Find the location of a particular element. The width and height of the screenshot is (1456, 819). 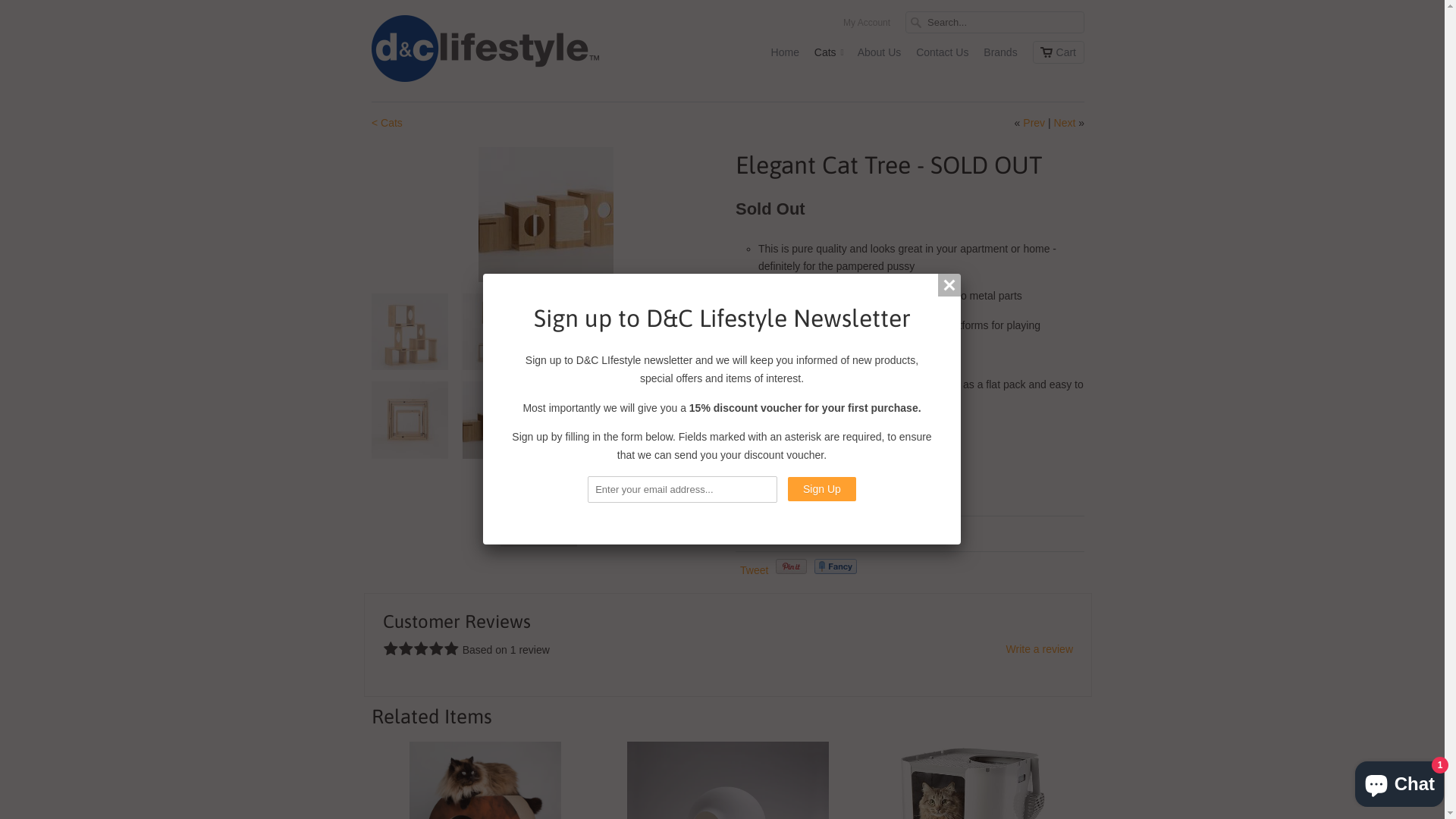

'Brands' is located at coordinates (1000, 55).